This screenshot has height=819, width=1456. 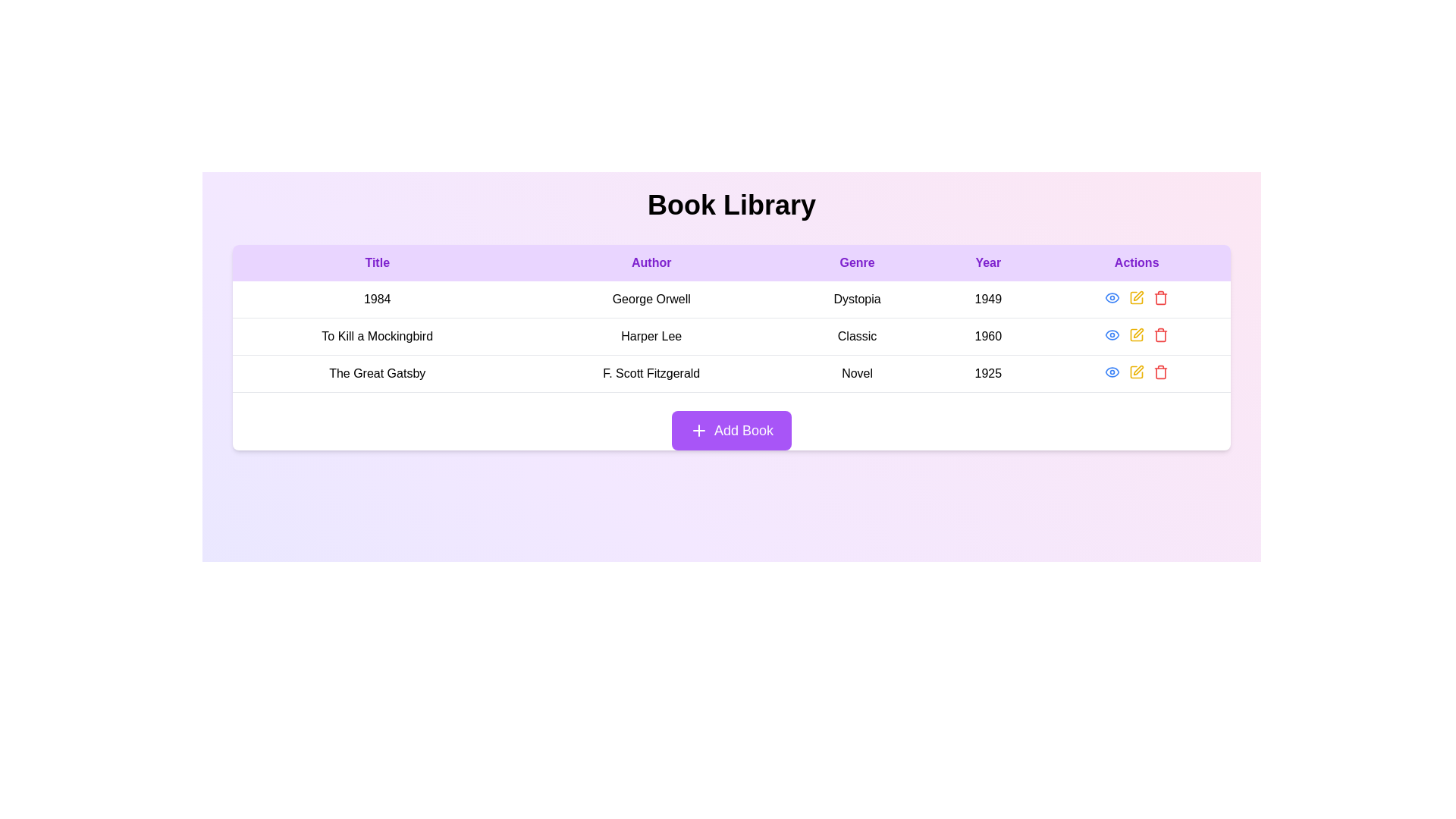 What do you see at coordinates (377, 335) in the screenshot?
I see `the Text label that displays the title of a book in the second row of the table under the 'Title' column` at bounding box center [377, 335].